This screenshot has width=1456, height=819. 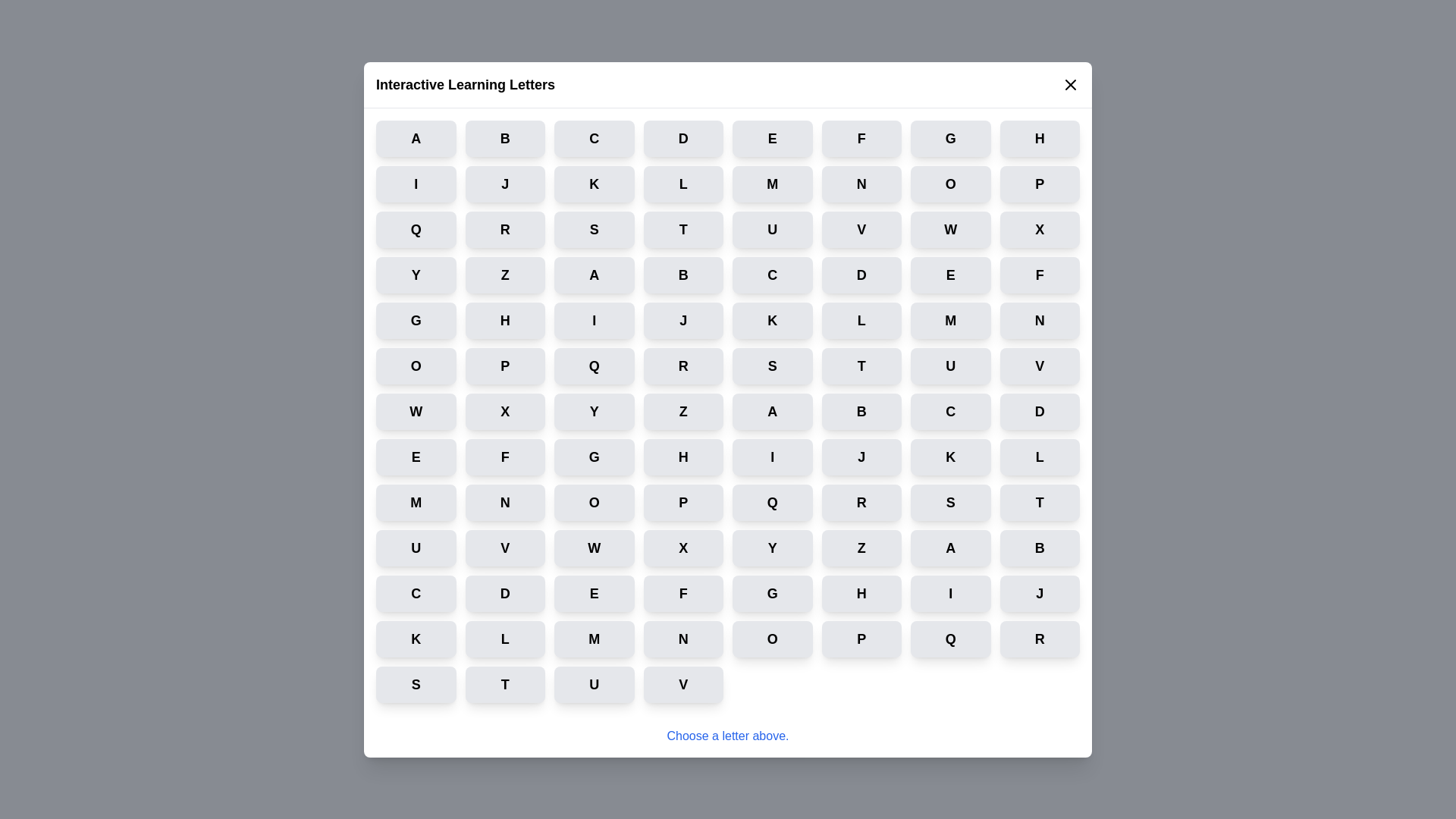 What do you see at coordinates (505, 138) in the screenshot?
I see `the letter button labeled B` at bounding box center [505, 138].